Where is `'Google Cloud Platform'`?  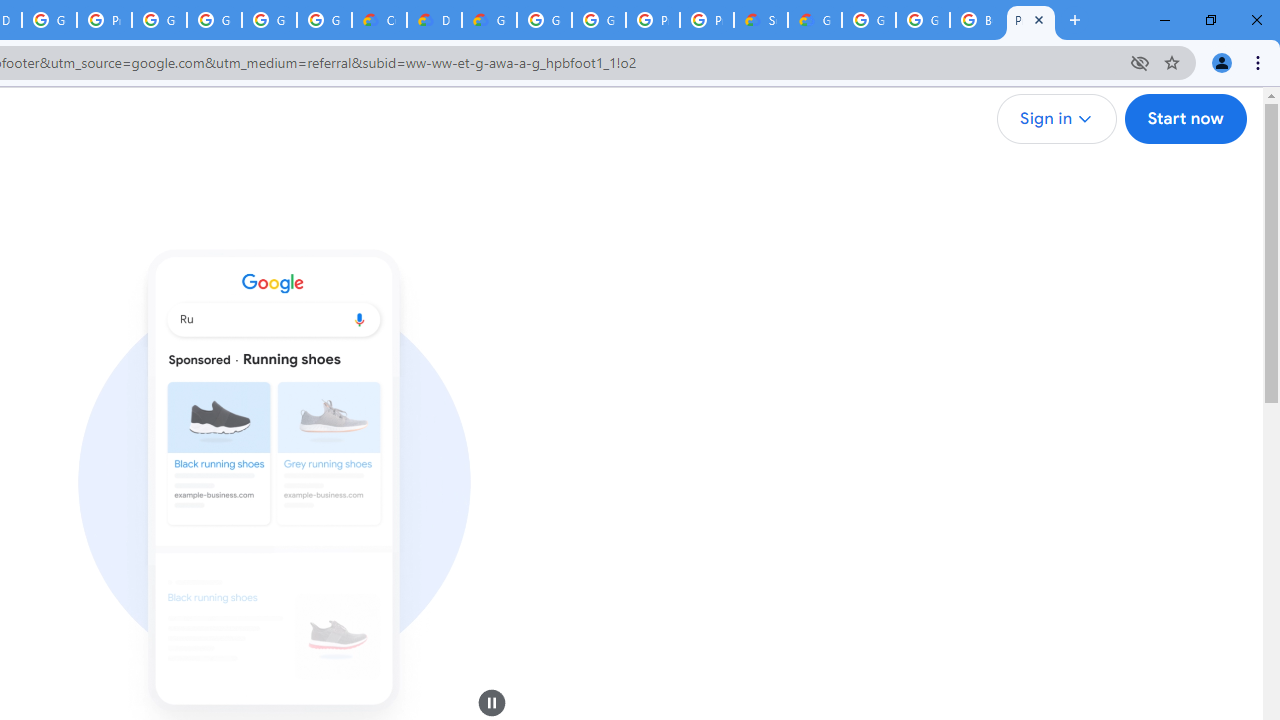 'Google Cloud Platform' is located at coordinates (869, 20).